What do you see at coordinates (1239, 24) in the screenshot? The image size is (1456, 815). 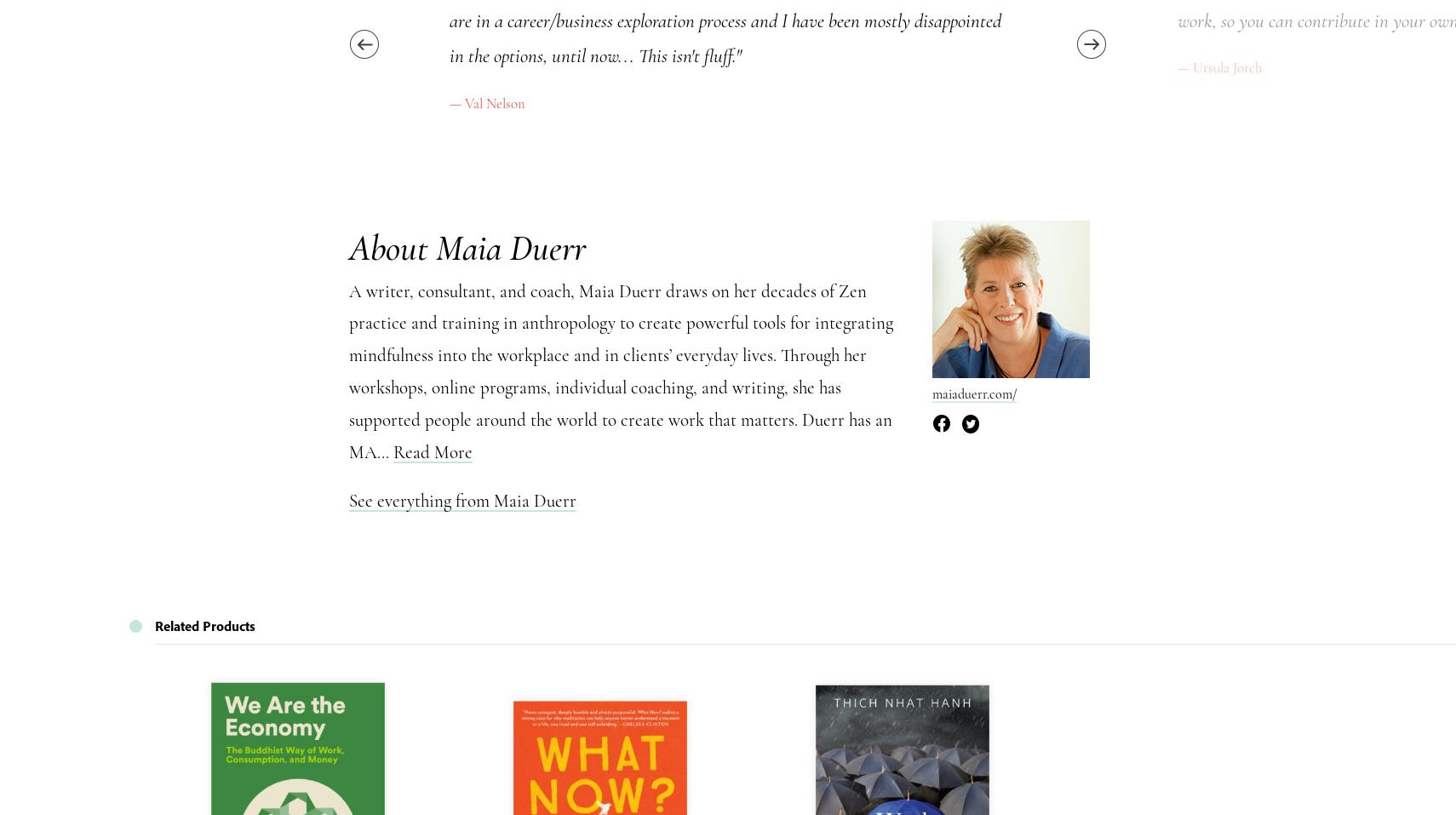 I see `'Read More'` at bounding box center [1239, 24].